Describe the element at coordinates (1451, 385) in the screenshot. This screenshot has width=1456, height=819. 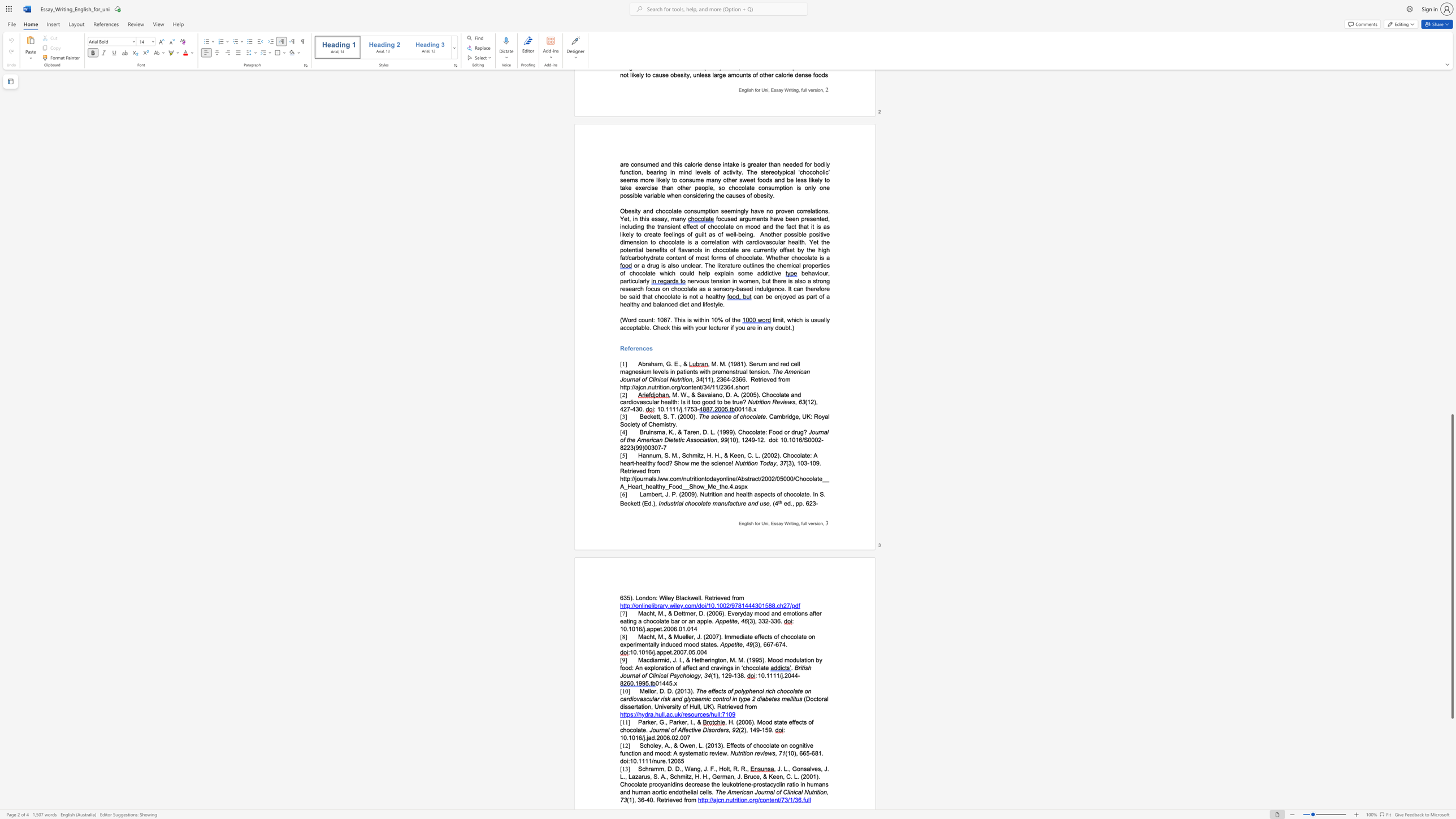
I see `the scrollbar on the right to move the page upward` at that location.